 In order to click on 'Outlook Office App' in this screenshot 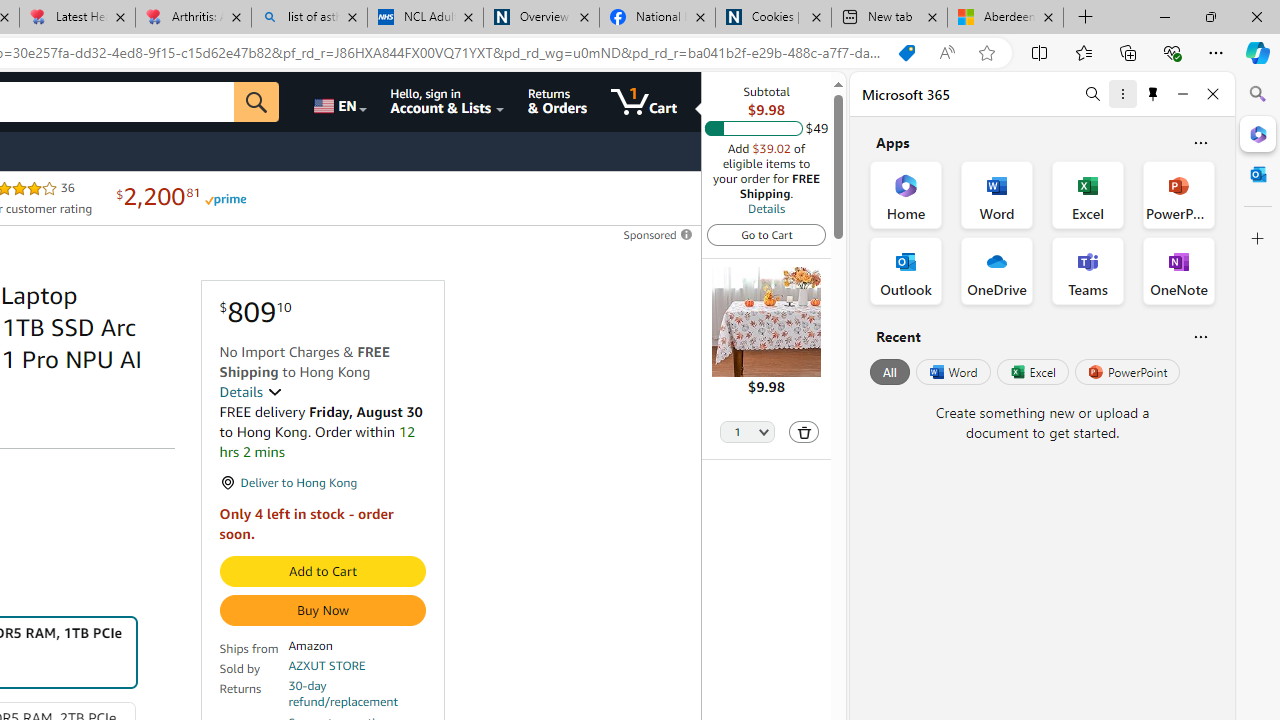, I will do `click(905, 271)`.